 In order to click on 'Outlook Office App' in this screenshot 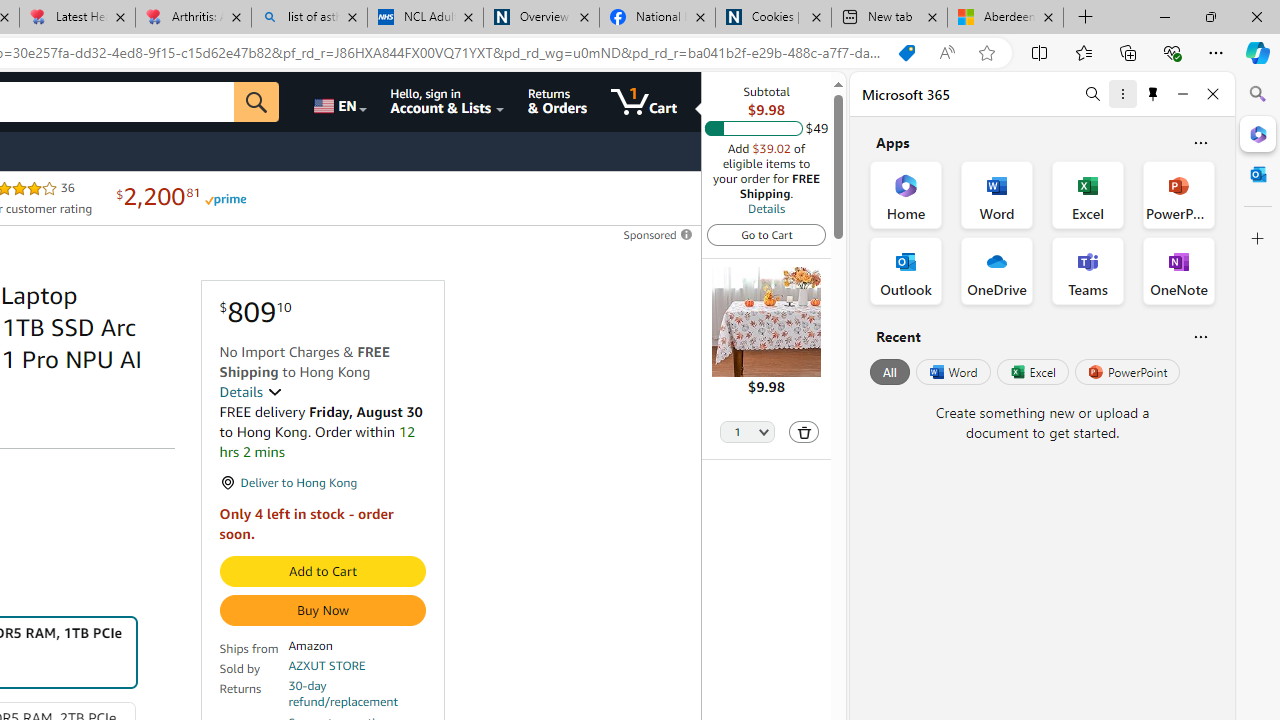, I will do `click(905, 271)`.